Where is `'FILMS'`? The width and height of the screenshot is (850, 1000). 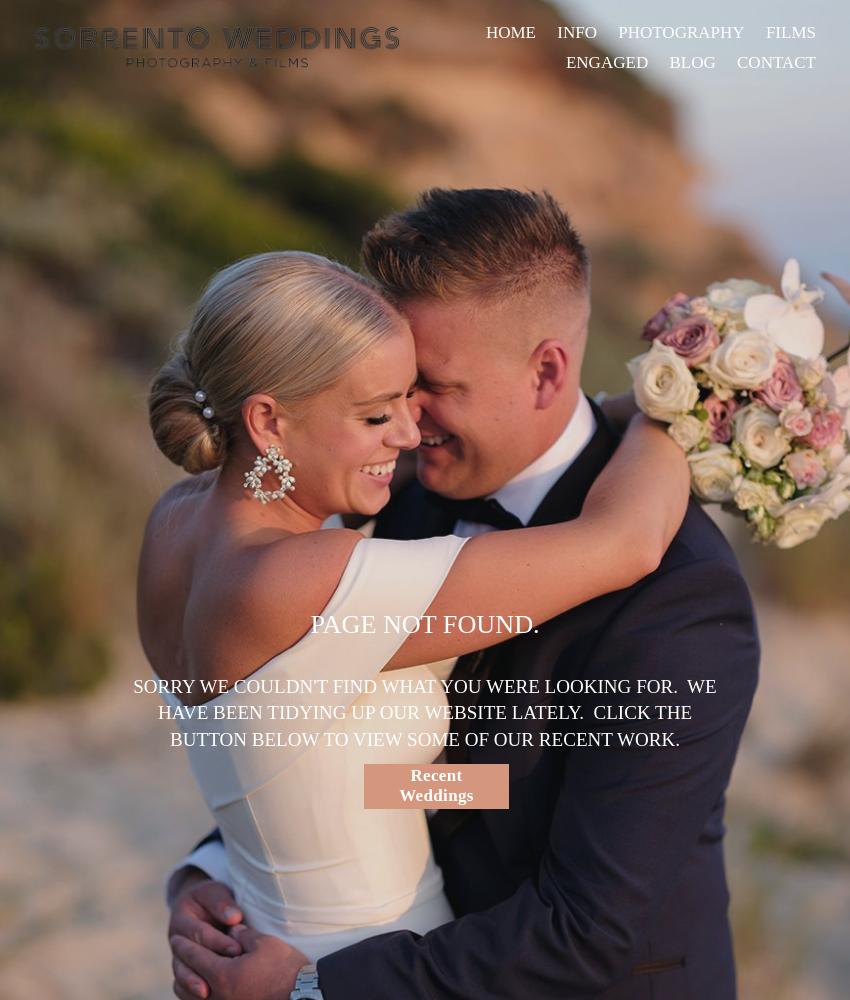 'FILMS' is located at coordinates (789, 31).